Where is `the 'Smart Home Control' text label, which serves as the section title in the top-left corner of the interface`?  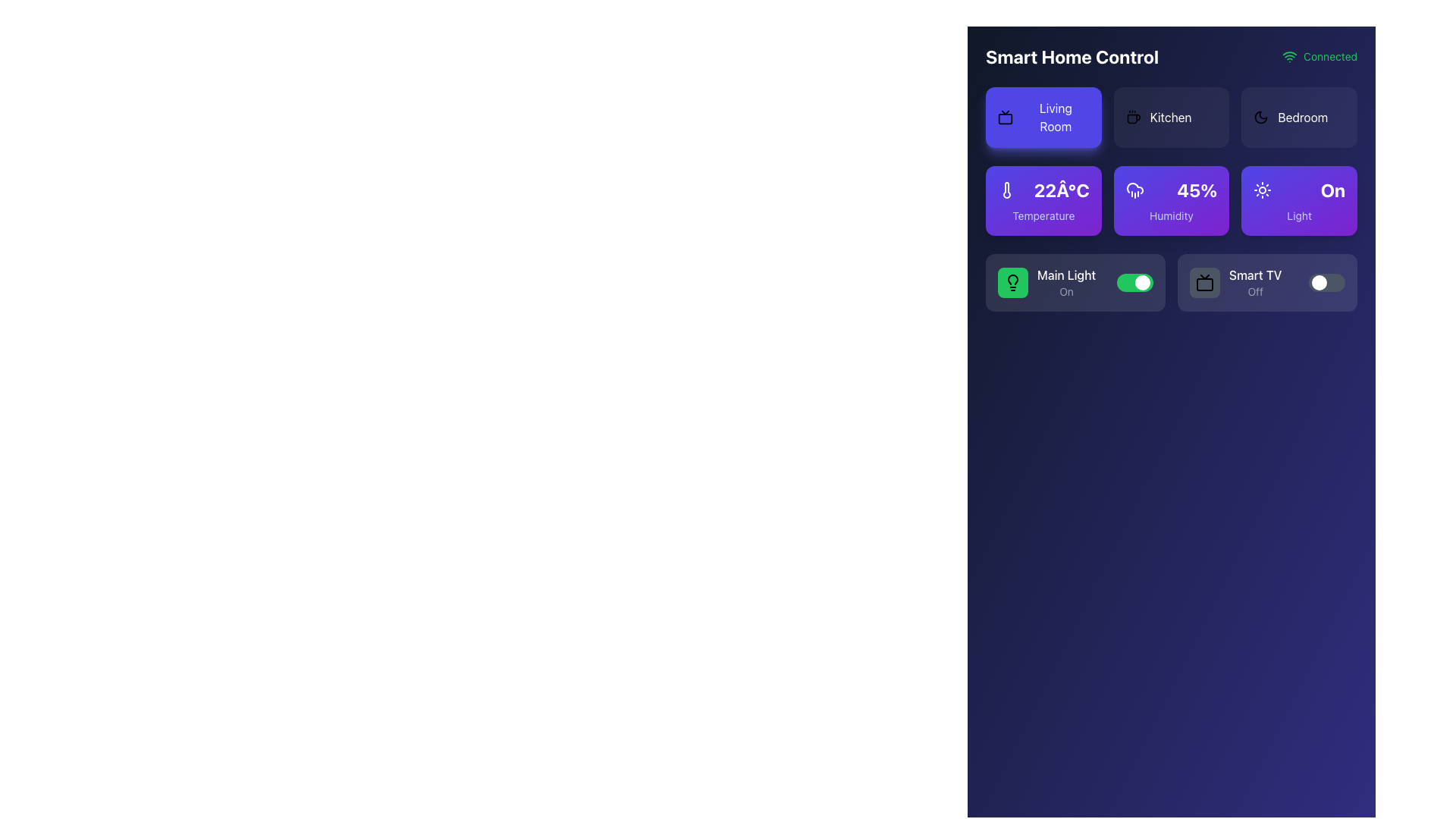
the 'Smart Home Control' text label, which serves as the section title in the top-left corner of the interface is located at coordinates (1072, 55).